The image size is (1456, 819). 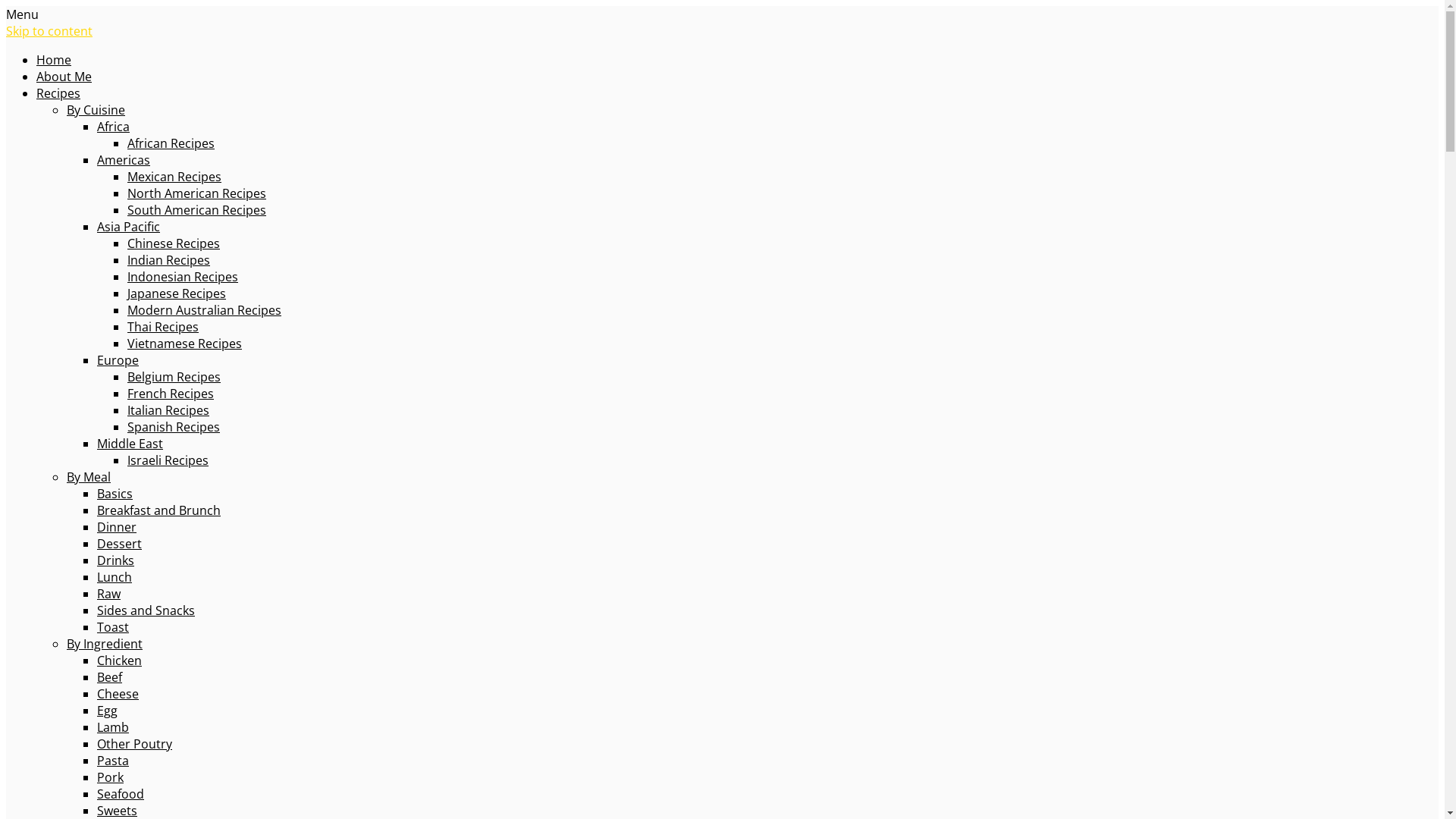 I want to click on 'Spanish Recipes', so click(x=174, y=427).